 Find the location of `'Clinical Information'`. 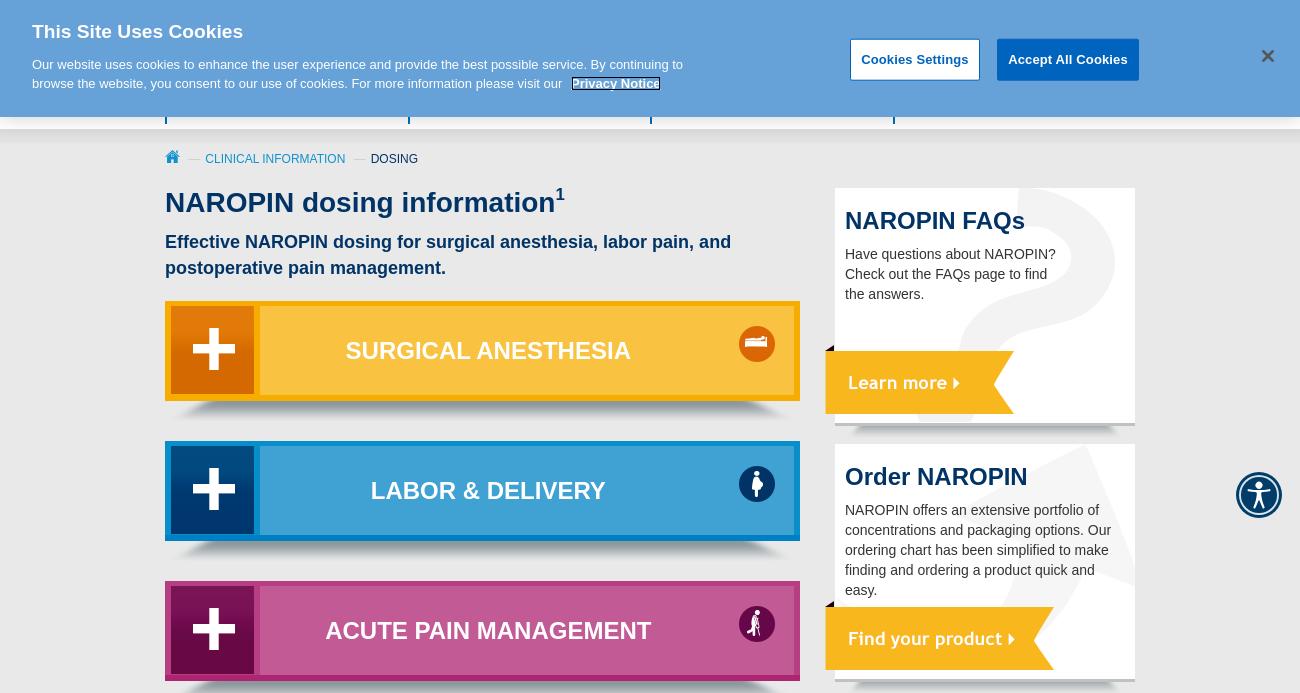

'Clinical Information' is located at coordinates (748, 106).